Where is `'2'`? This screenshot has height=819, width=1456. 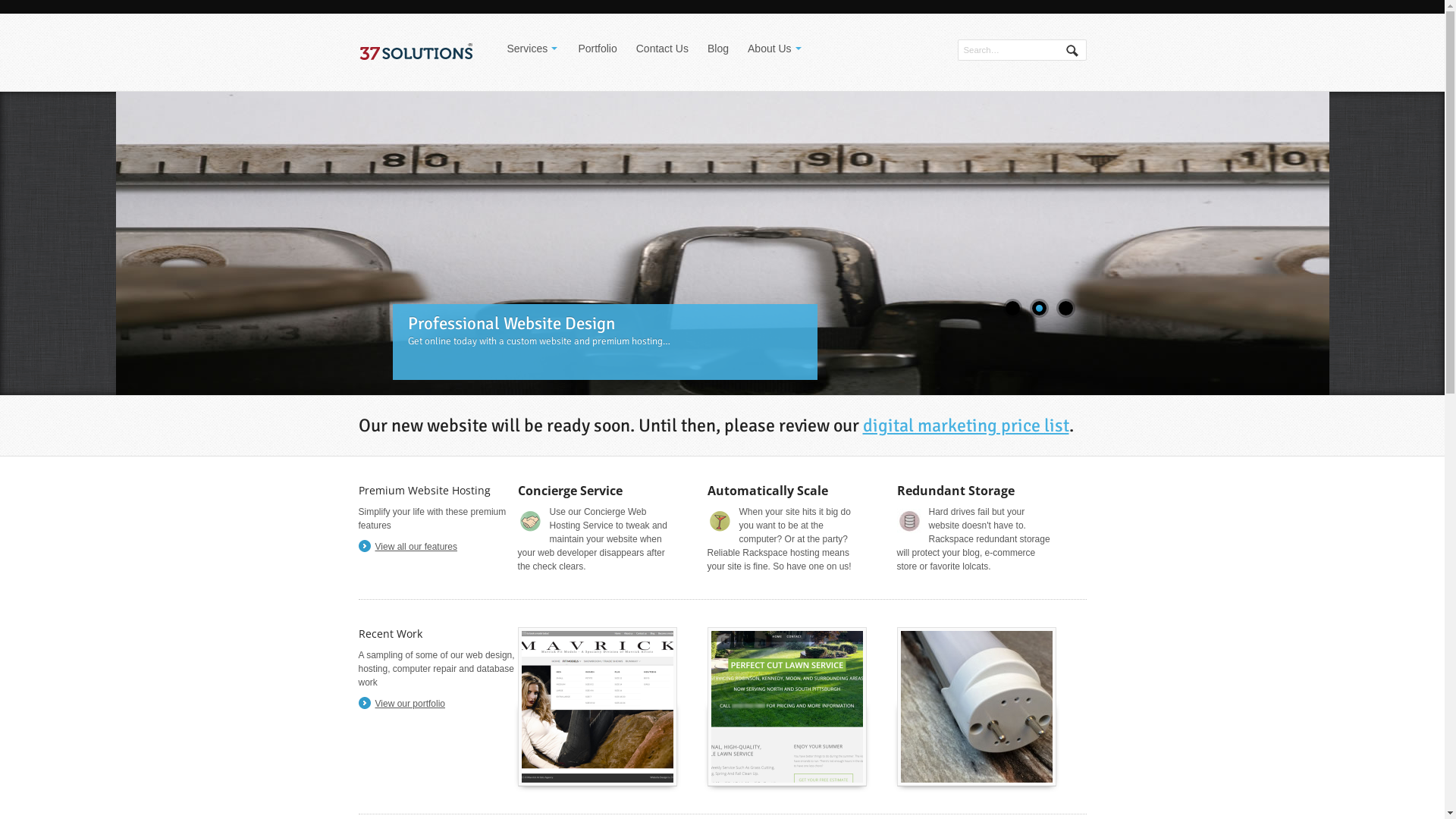 '2' is located at coordinates (1031, 307).